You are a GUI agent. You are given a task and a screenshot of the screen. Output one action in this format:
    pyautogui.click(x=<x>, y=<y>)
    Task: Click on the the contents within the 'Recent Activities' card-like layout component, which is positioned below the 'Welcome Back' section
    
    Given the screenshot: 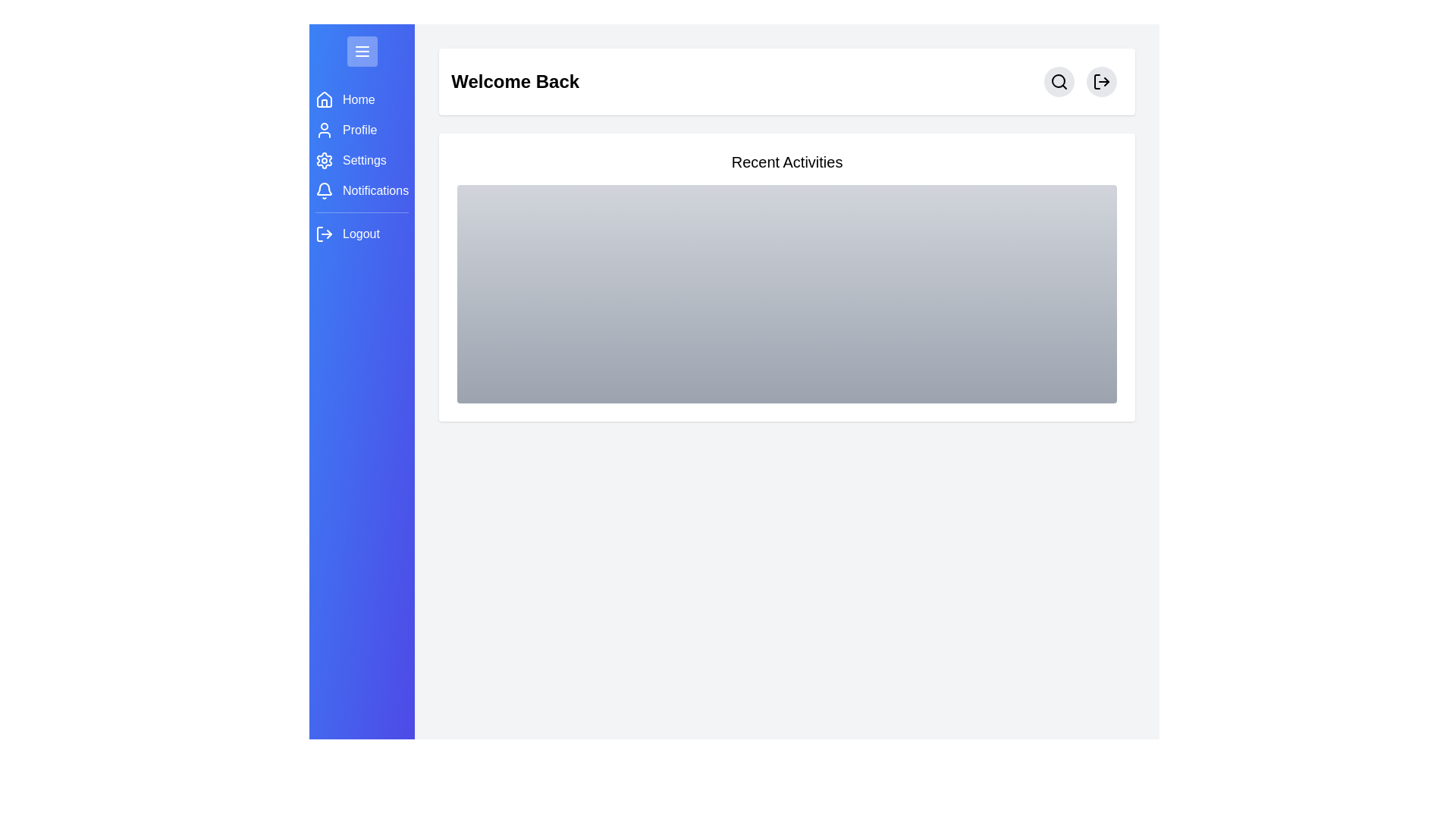 What is the action you would take?
    pyautogui.click(x=787, y=278)
    